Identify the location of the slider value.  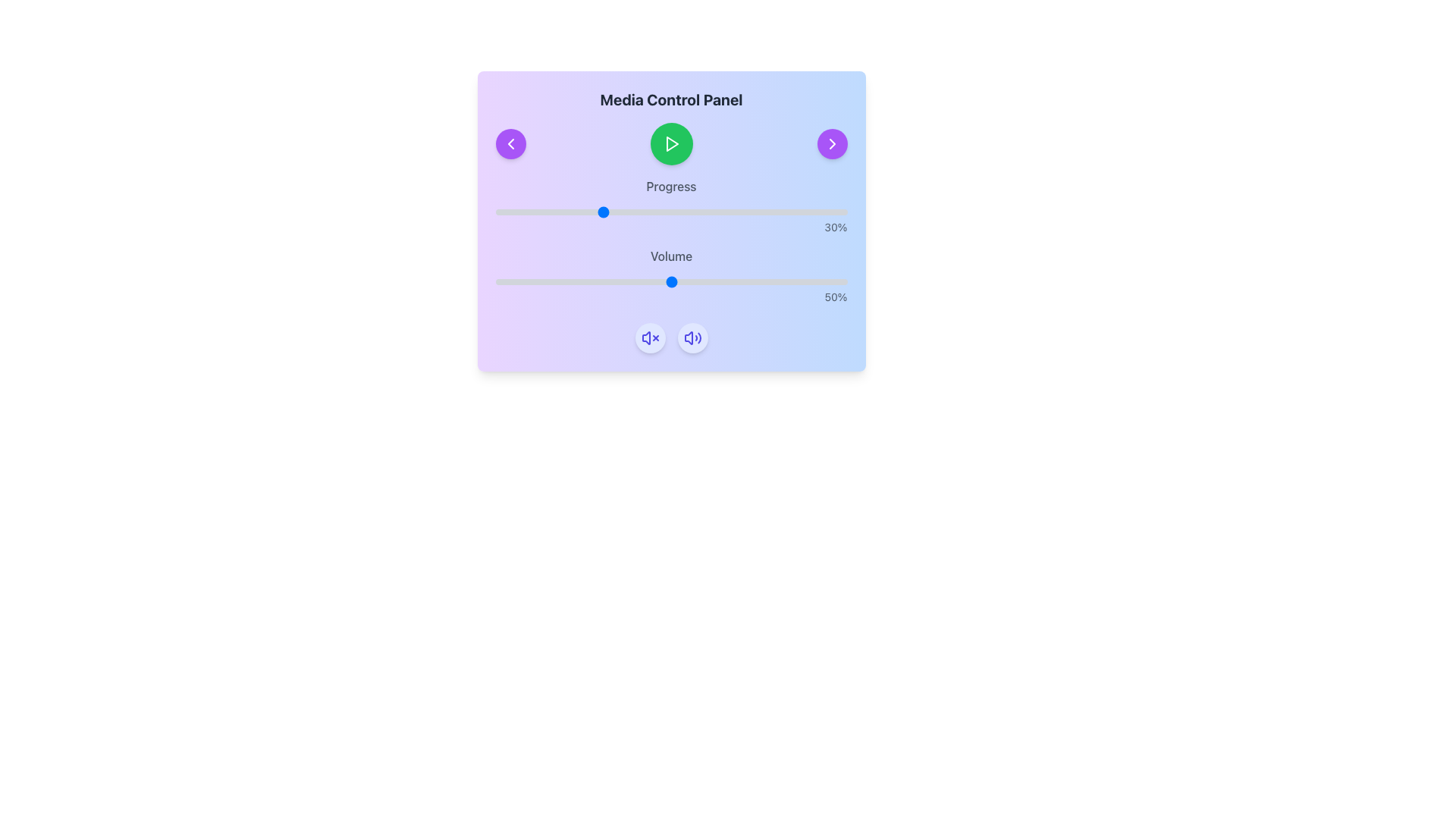
(572, 281).